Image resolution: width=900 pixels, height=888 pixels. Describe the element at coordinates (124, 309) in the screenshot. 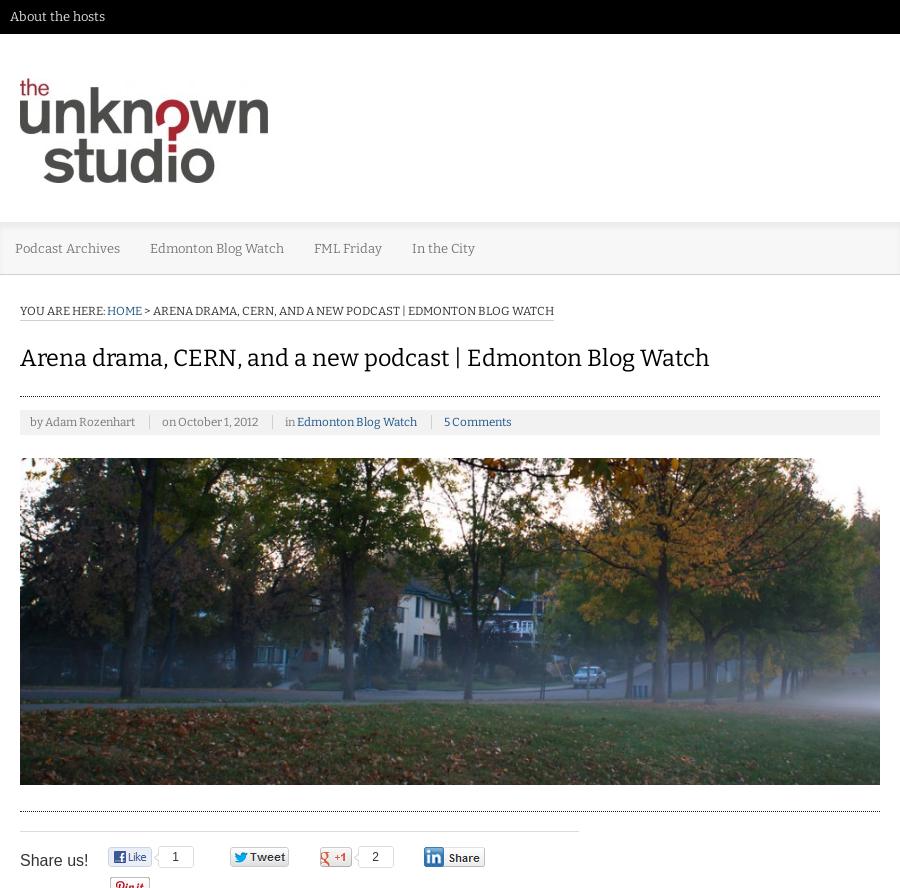

I see `'Home'` at that location.